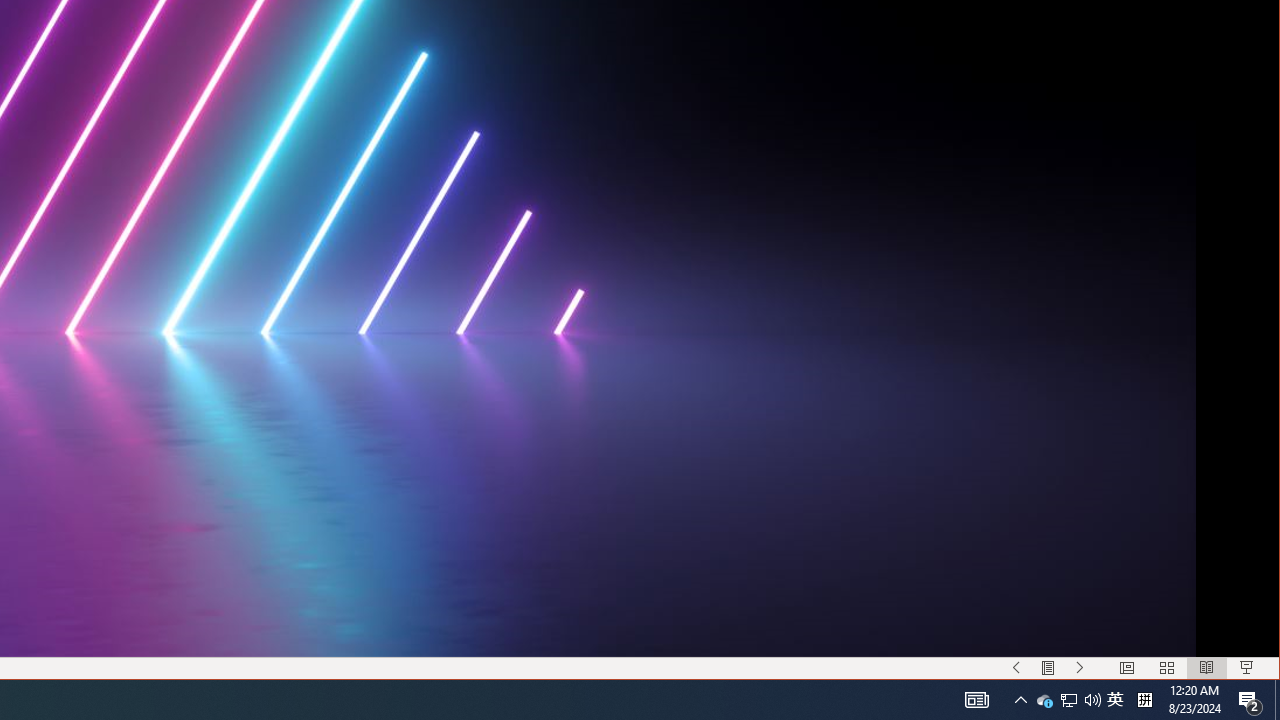 The image size is (1280, 720). What do you see at coordinates (1044, 698) in the screenshot?
I see `'Q2790: 100%'` at bounding box center [1044, 698].